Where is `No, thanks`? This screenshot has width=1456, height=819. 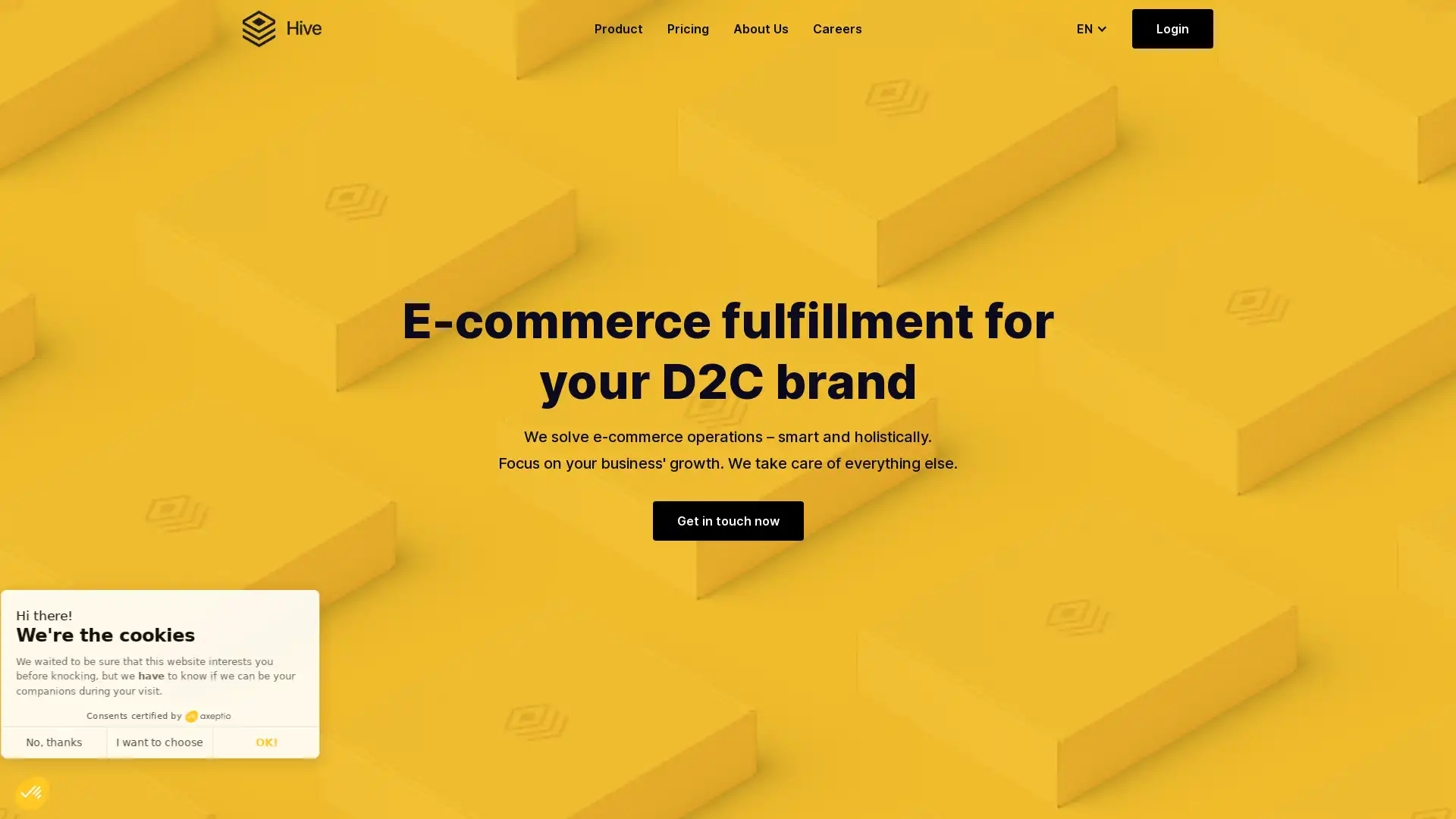 No, thanks is located at coordinates (67, 742).